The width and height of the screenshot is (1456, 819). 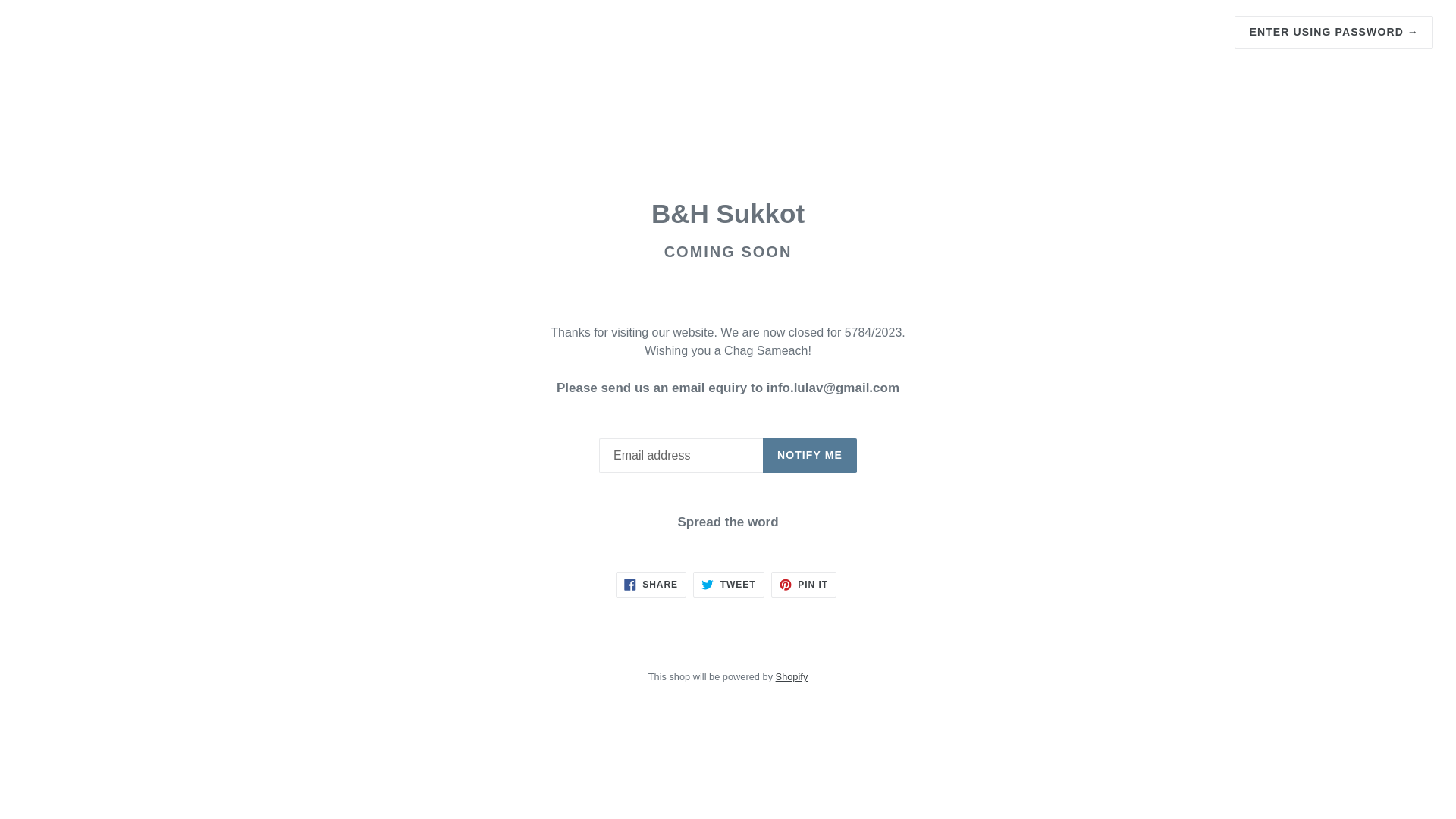 What do you see at coordinates (803, 584) in the screenshot?
I see `'PIN IT` at bounding box center [803, 584].